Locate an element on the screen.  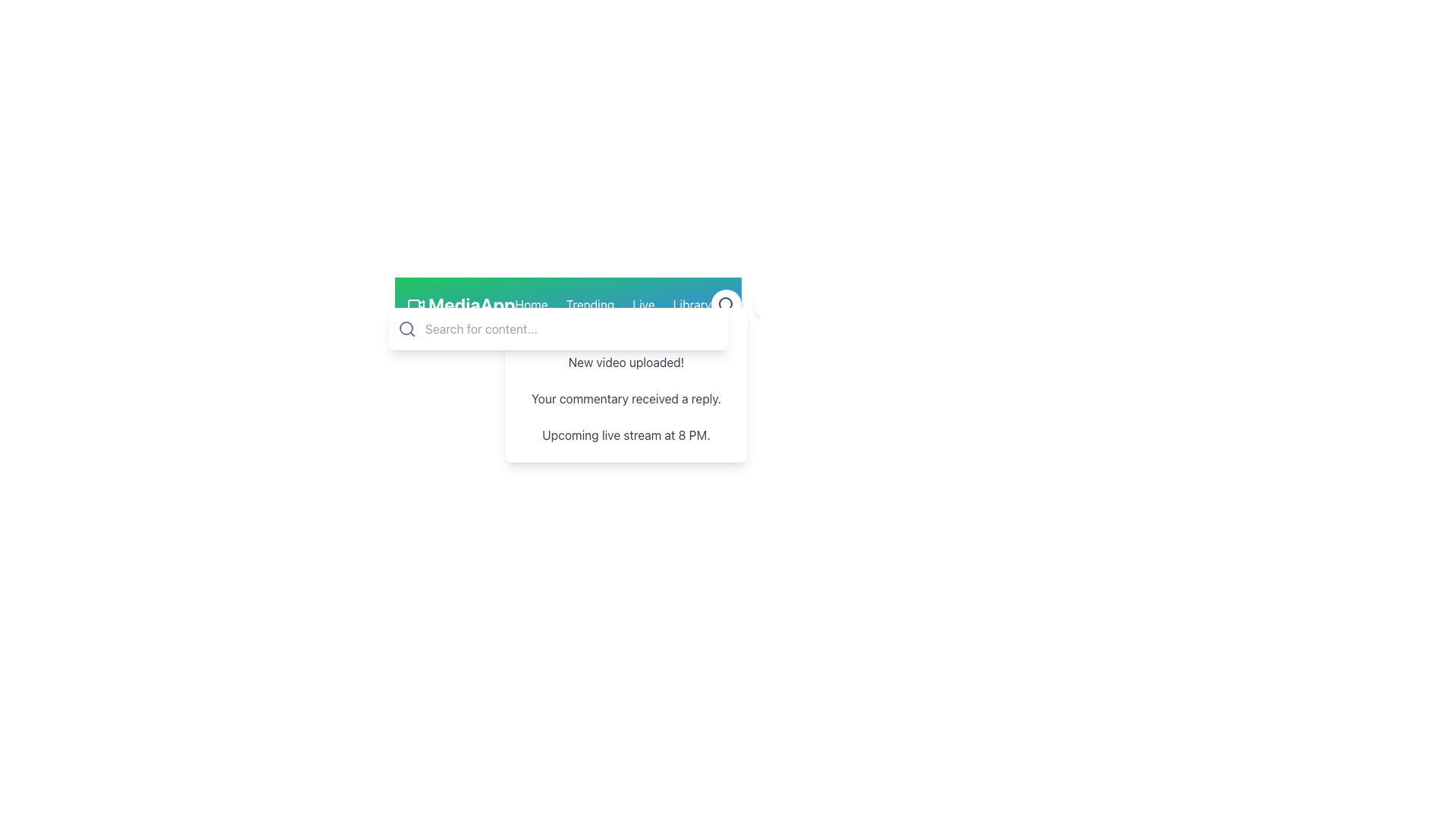
the circular search button with a magnifying glass symbol located on the right side of the header bar is located at coordinates (726, 304).